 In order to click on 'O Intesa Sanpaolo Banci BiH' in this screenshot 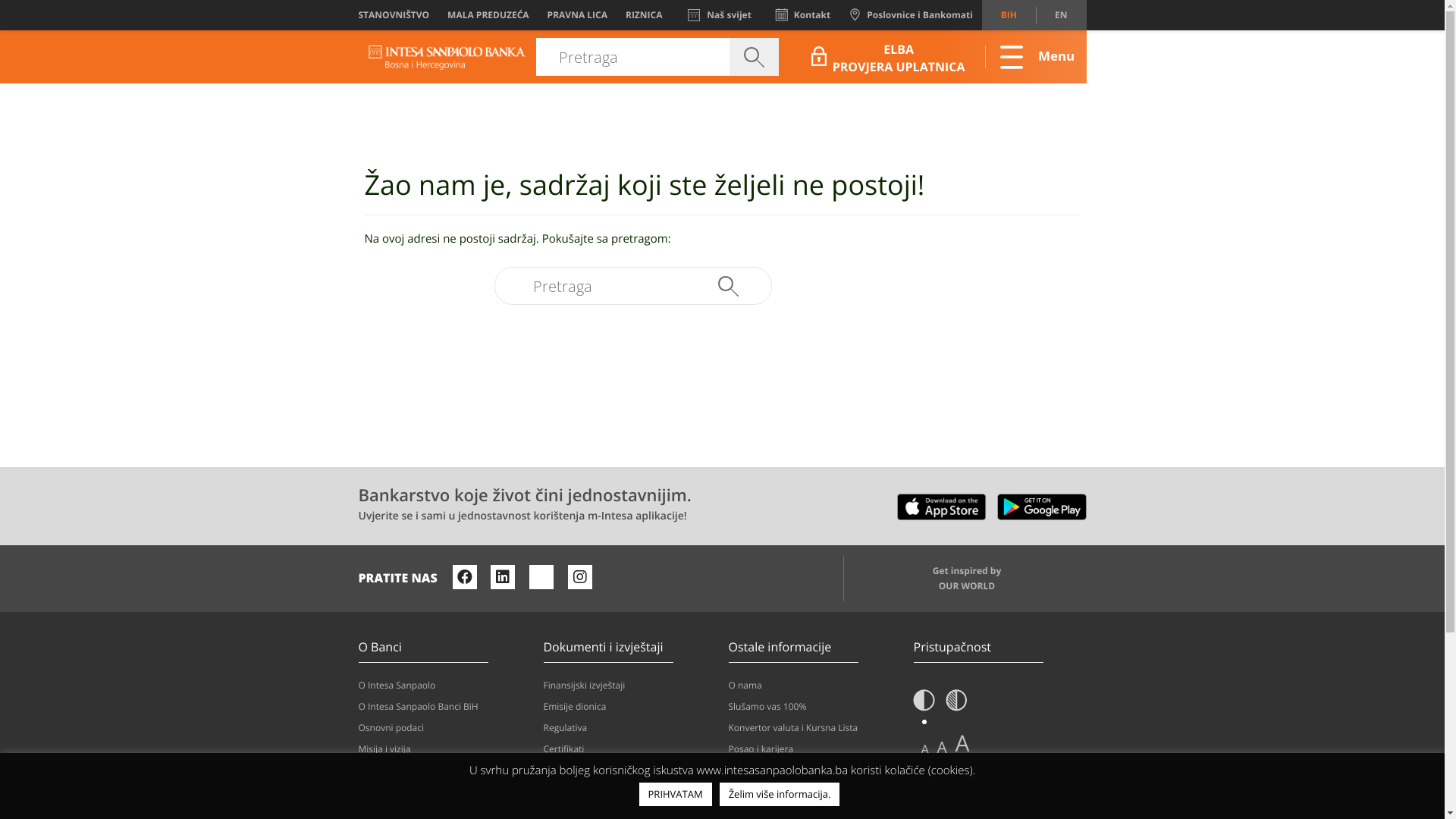, I will do `click(443, 707)`.